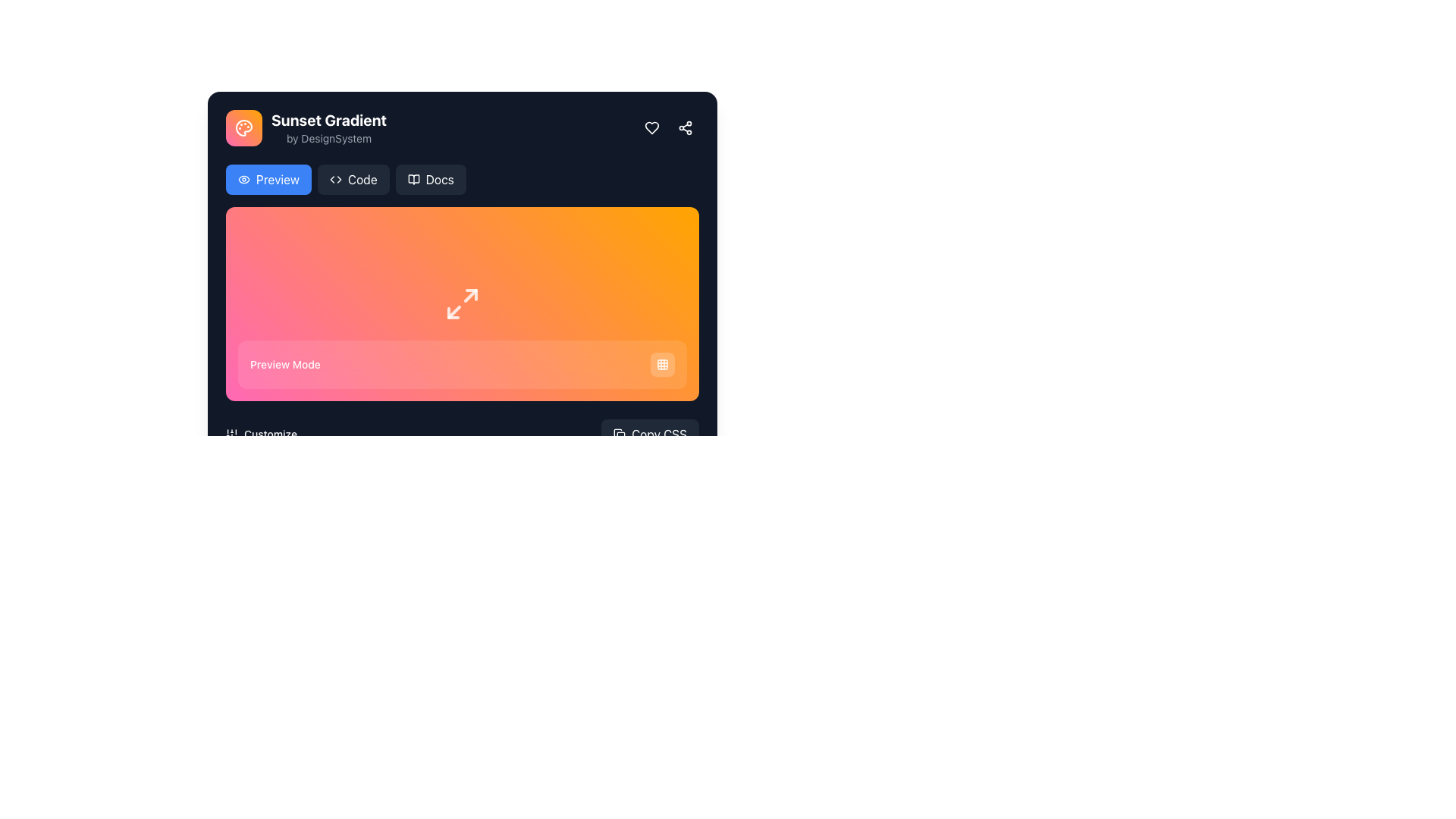  What do you see at coordinates (328, 138) in the screenshot?
I see `text content of the Text Label displaying 'by DesignSystem' in a small gray font, located beneath the title 'Sunset Gradient'` at bounding box center [328, 138].